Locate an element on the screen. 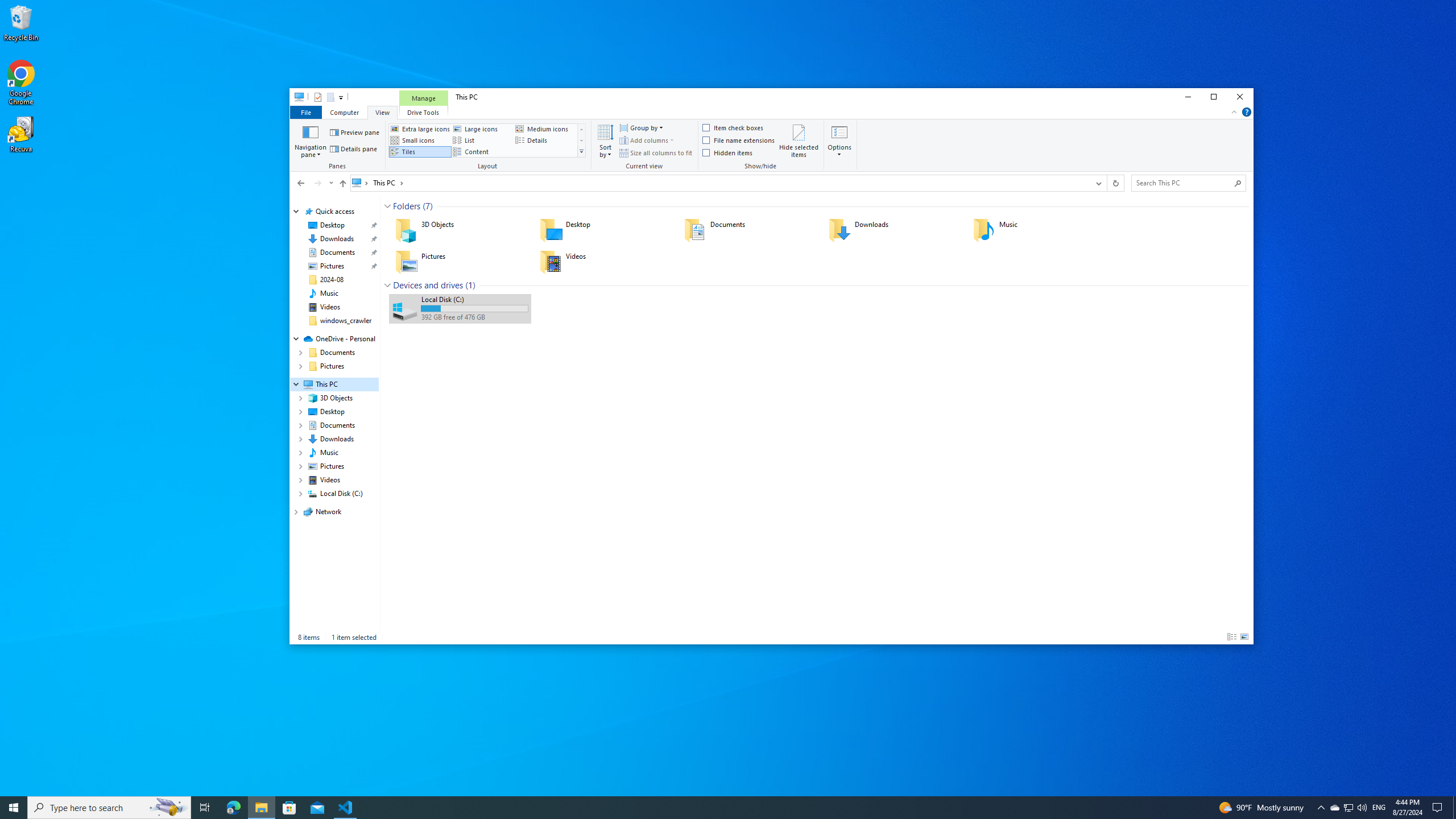 The width and height of the screenshot is (1456, 819). 'Space used' is located at coordinates (474, 308).